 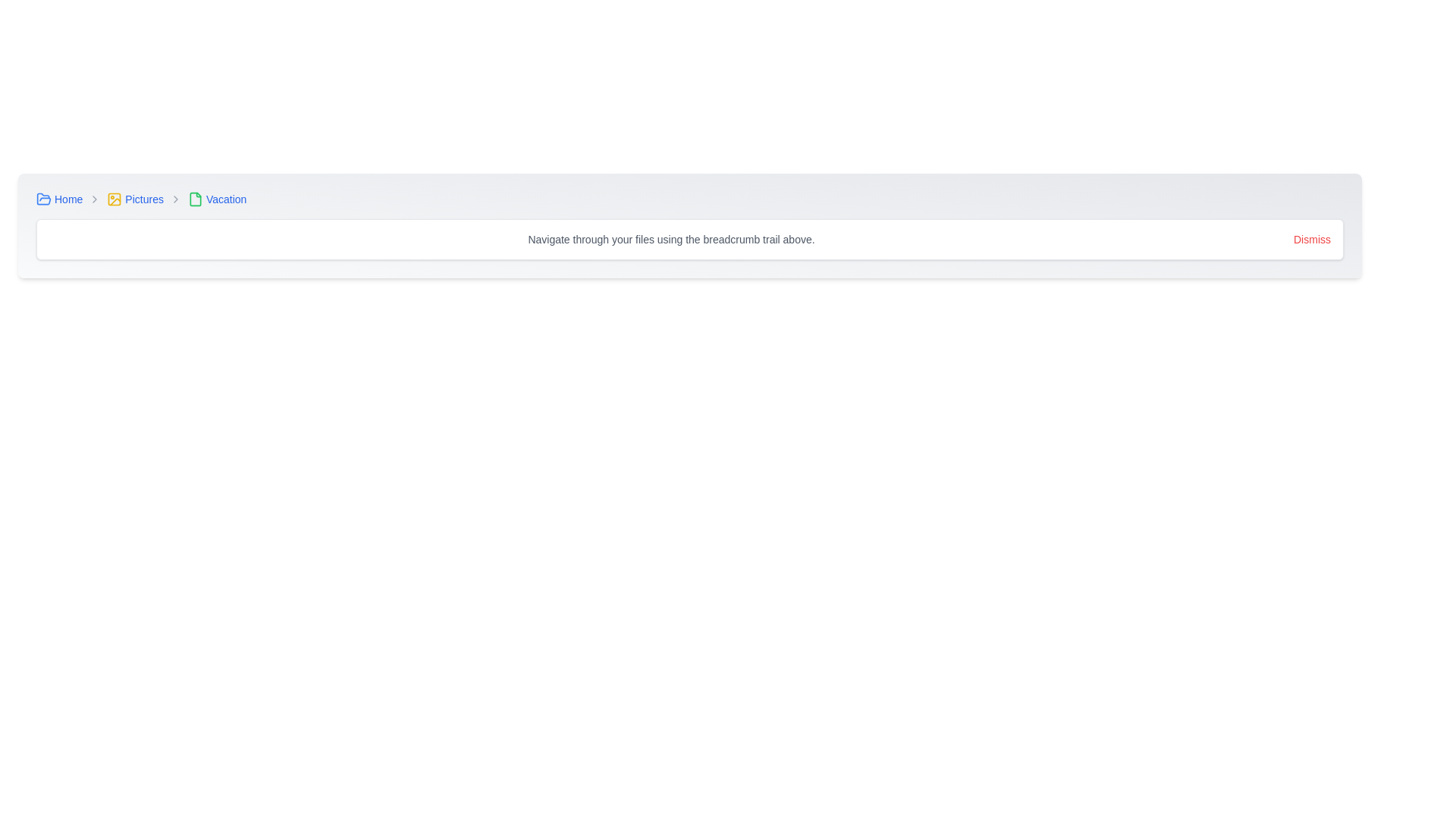 I want to click on the icon representing the associated file or folder in the breadcrumb navigation bar, which precedes the clickable text 'Vacation', so click(x=194, y=198).